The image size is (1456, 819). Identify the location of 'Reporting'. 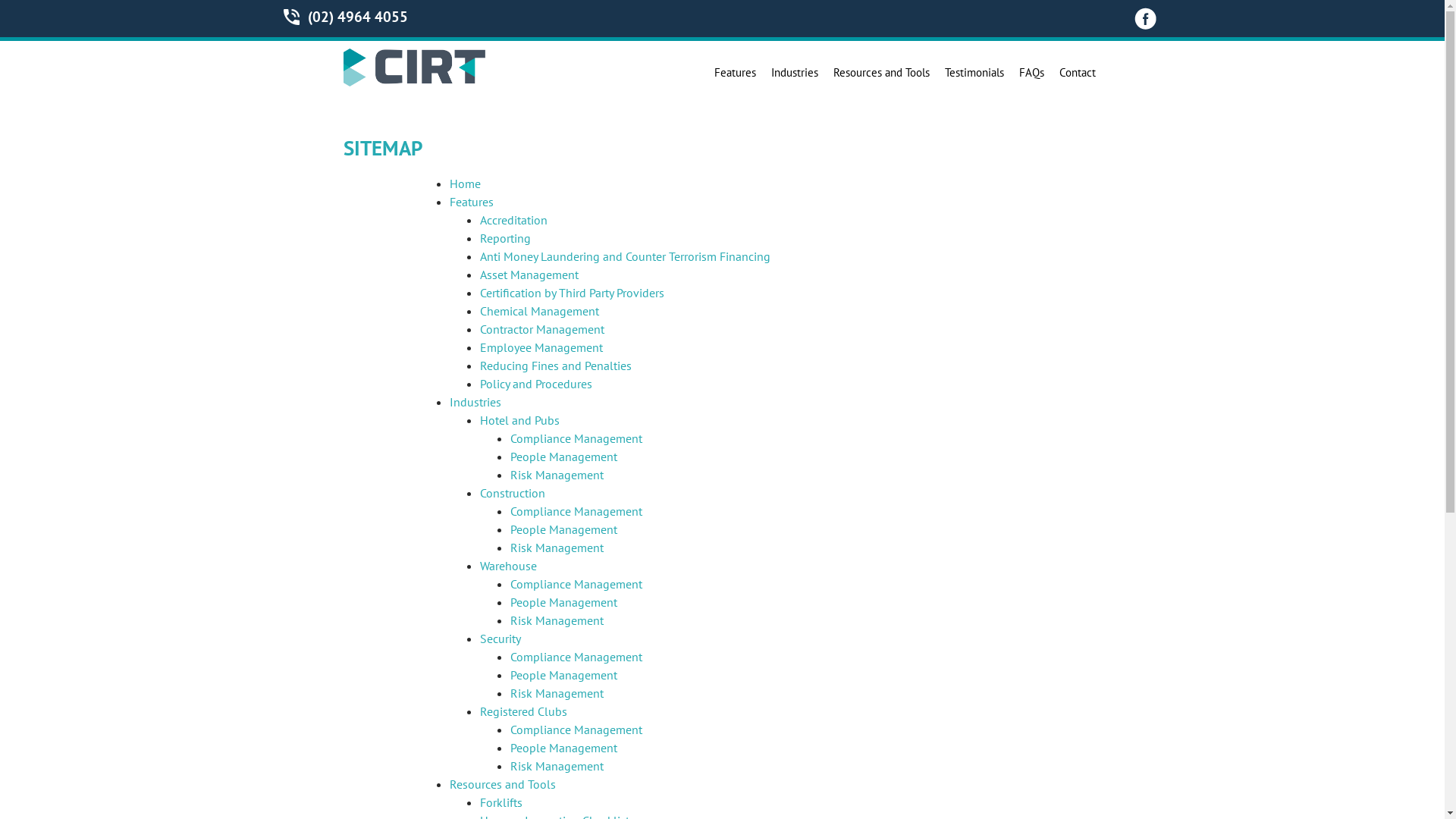
(504, 237).